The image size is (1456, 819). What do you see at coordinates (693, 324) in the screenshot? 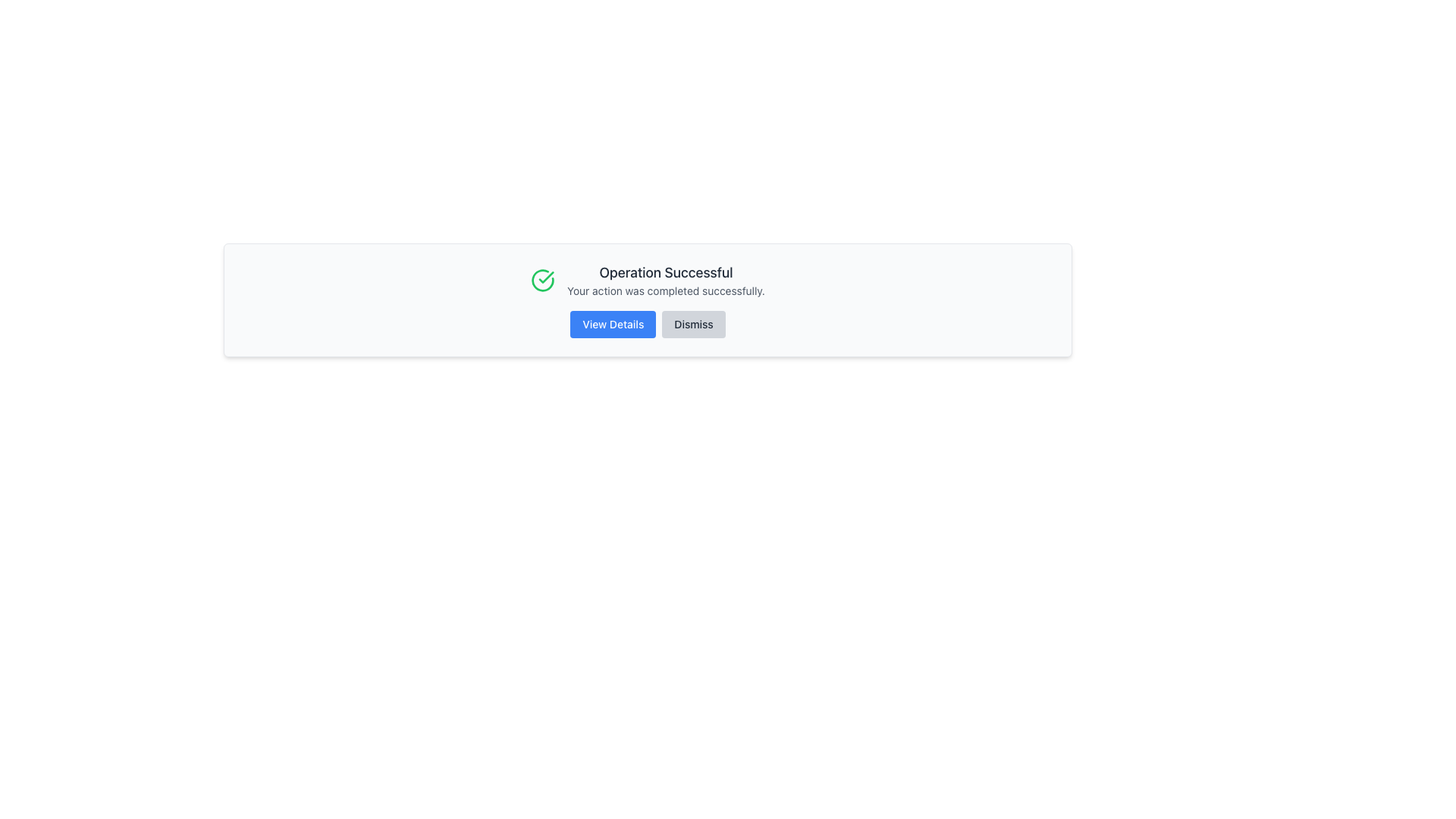
I see `the 'Dismiss' button, which is a rectangular button with a light gray background and dark gray text, to observe its hover effect` at bounding box center [693, 324].